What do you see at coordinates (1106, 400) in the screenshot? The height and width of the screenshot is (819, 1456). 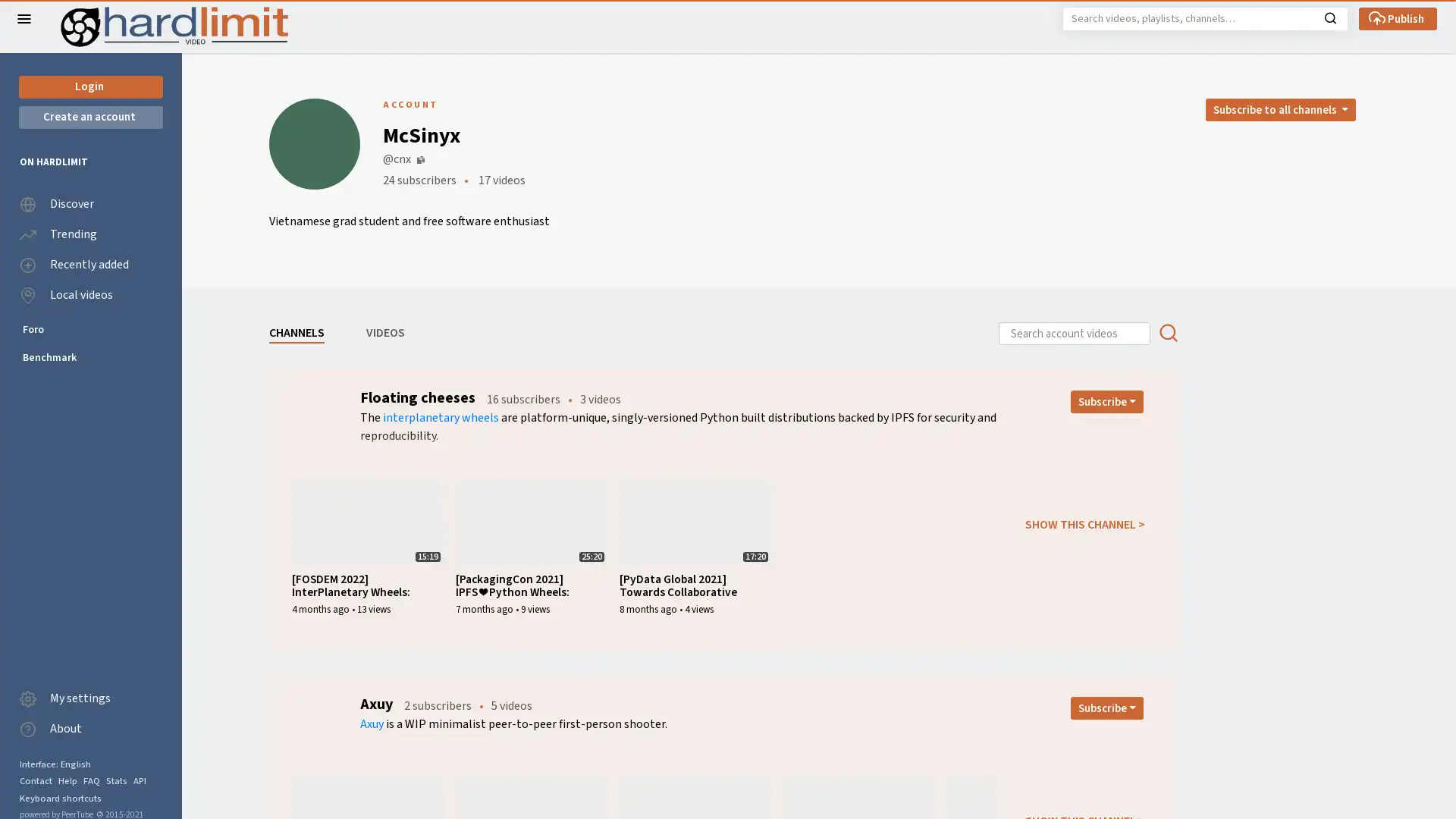 I see `Open subscription dropdown` at bounding box center [1106, 400].